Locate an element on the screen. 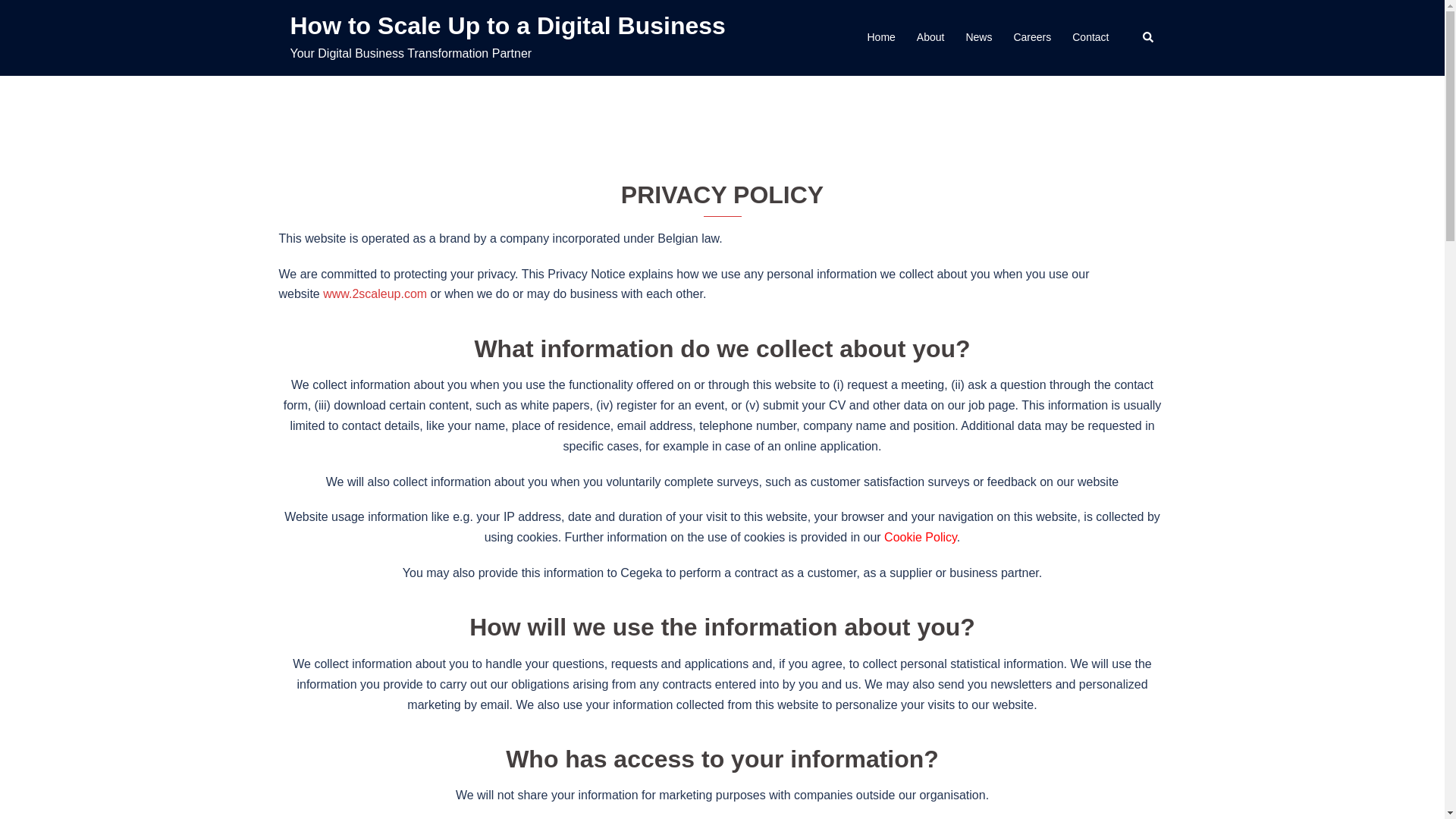 This screenshot has height=819, width=1456. 'Search' is located at coordinates (1147, 37).